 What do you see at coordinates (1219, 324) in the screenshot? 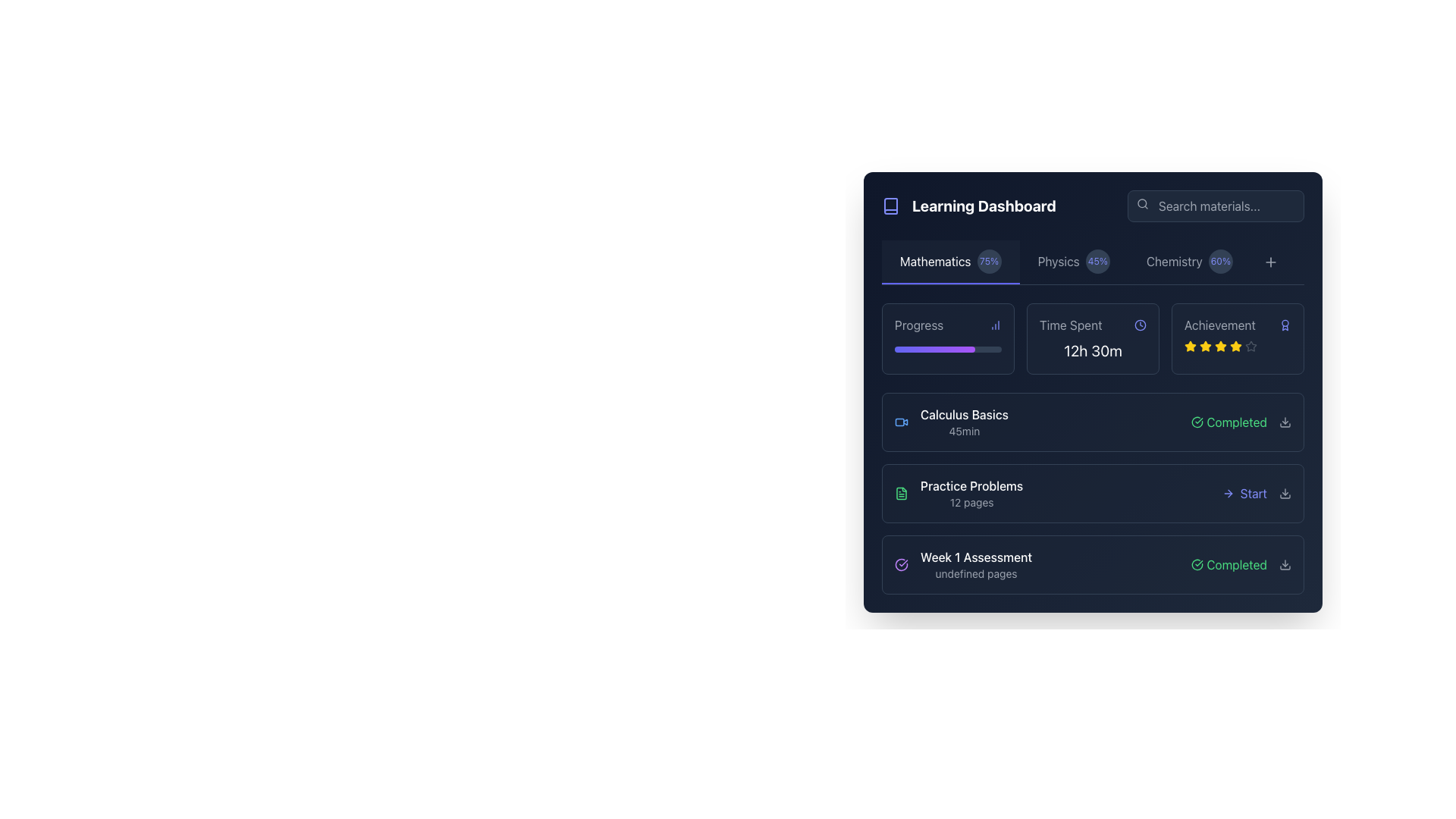
I see `the 'Achievement' static text label which is displayed in gray font next to an indigo award icon in the top-right section of the dashboard interface` at bounding box center [1219, 324].